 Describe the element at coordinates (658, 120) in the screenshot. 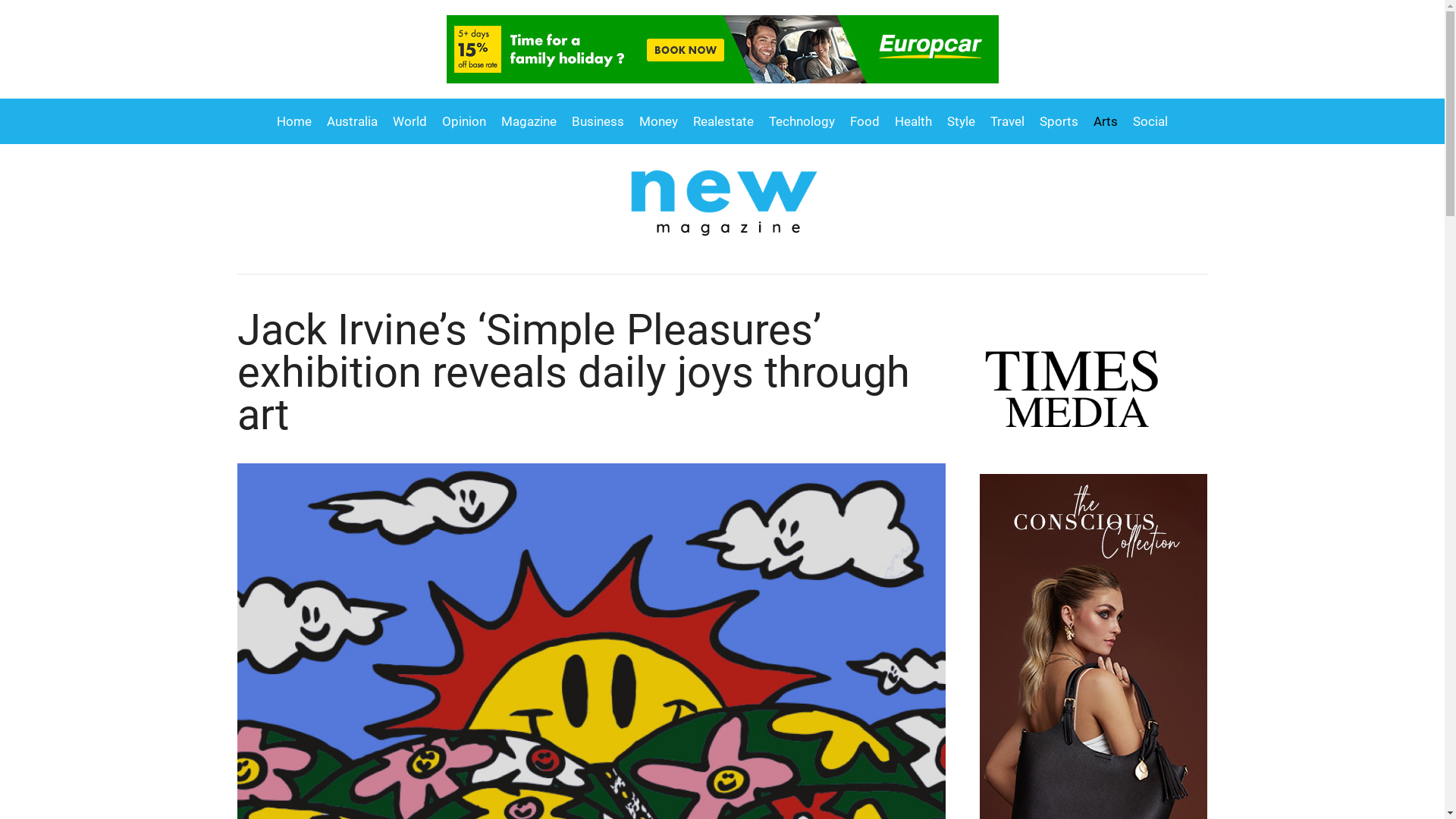

I see `'Money'` at that location.